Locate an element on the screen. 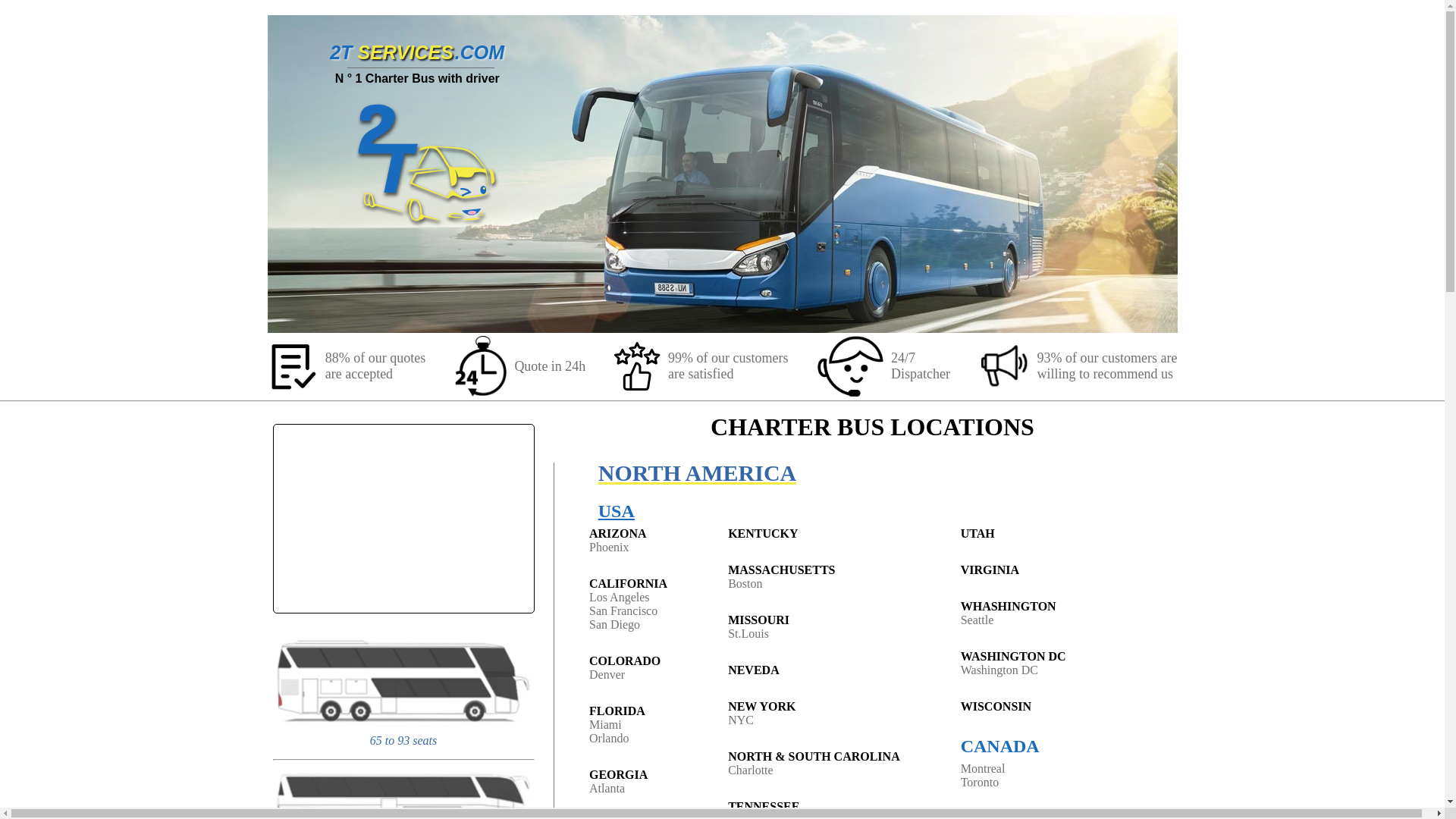 The height and width of the screenshot is (819, 1456). 'Denver' is located at coordinates (588, 673).